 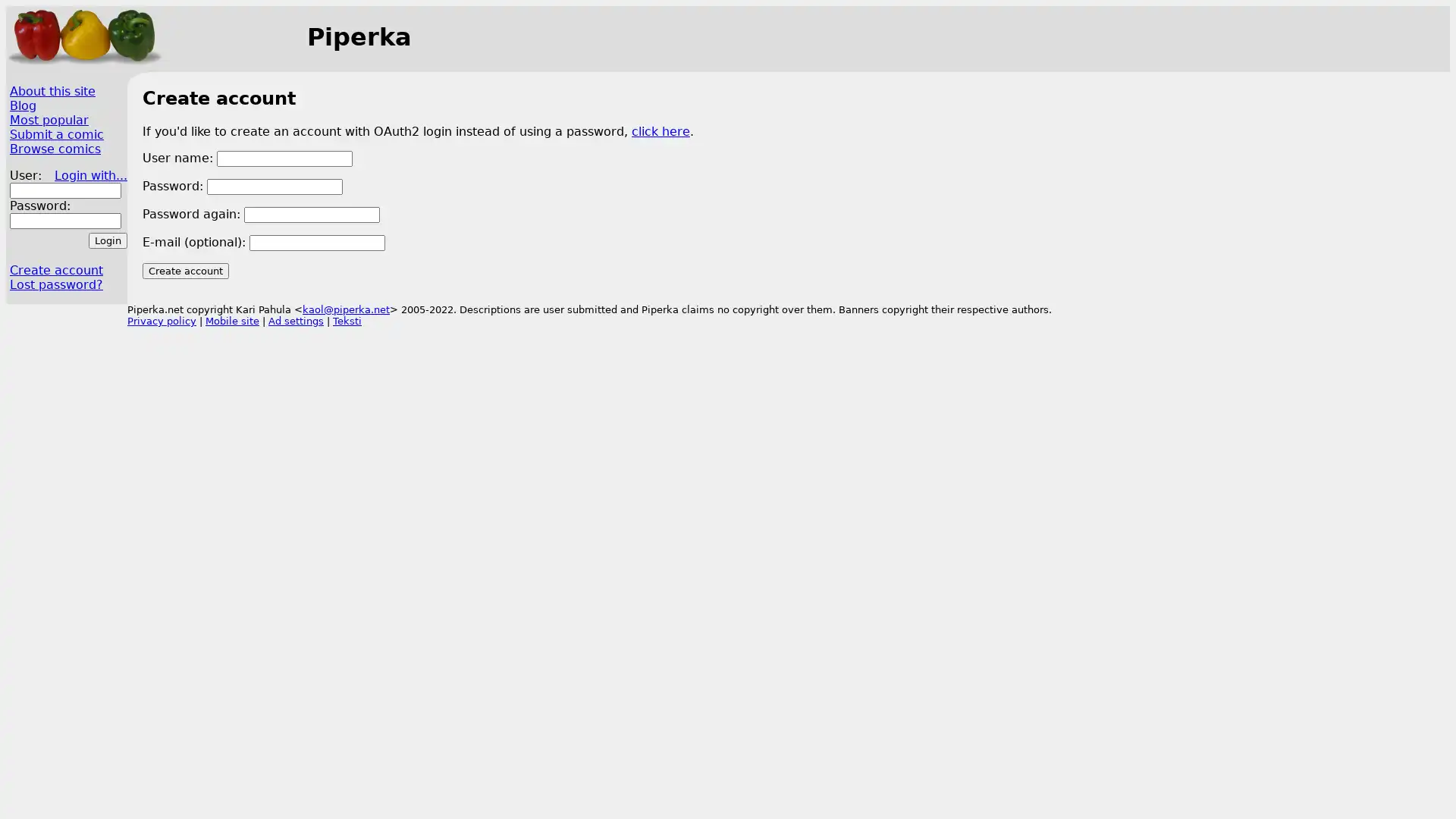 What do you see at coordinates (107, 240) in the screenshot?
I see `Login` at bounding box center [107, 240].